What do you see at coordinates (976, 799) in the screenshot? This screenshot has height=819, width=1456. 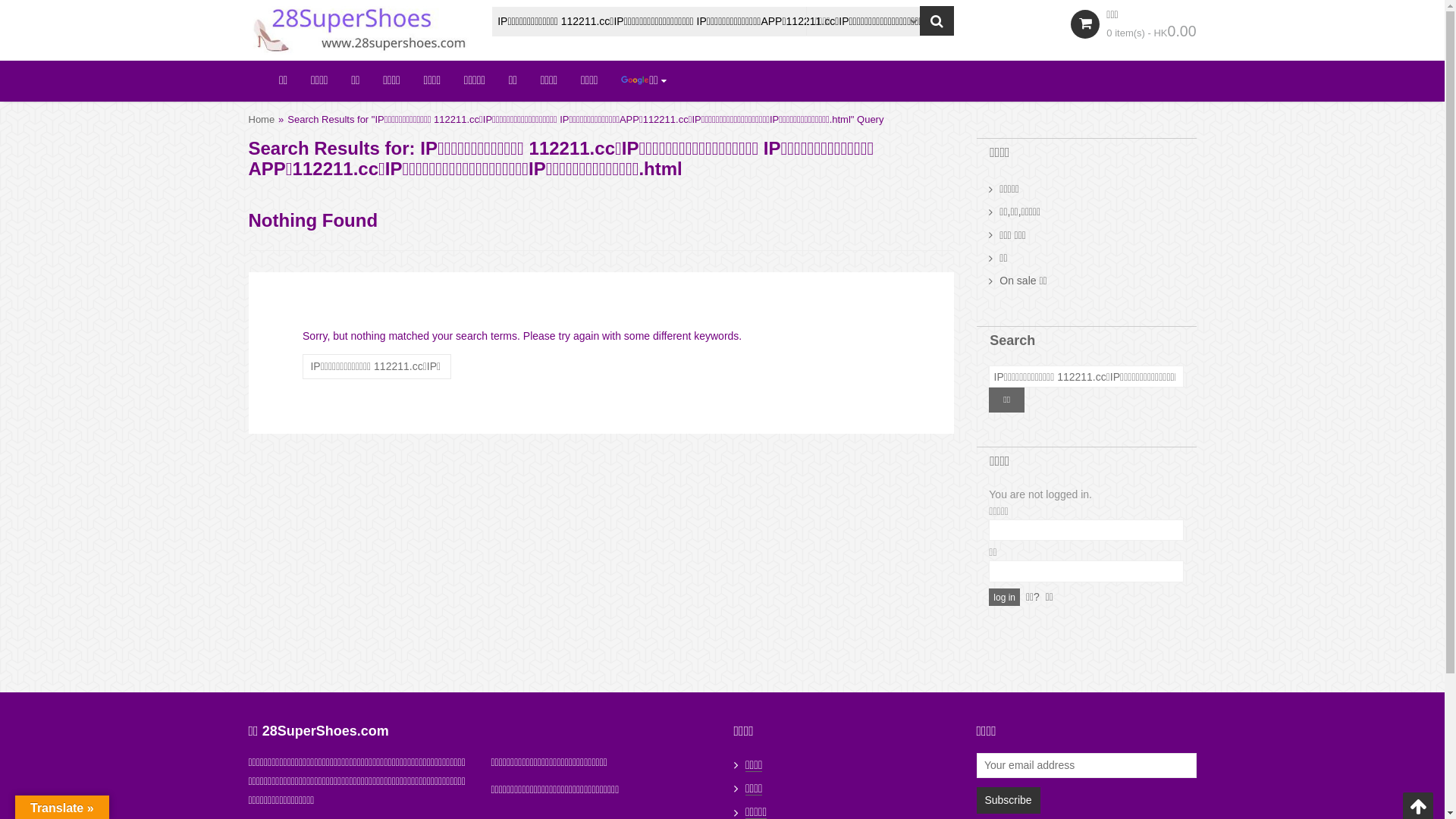 I see `'Subscribe'` at bounding box center [976, 799].